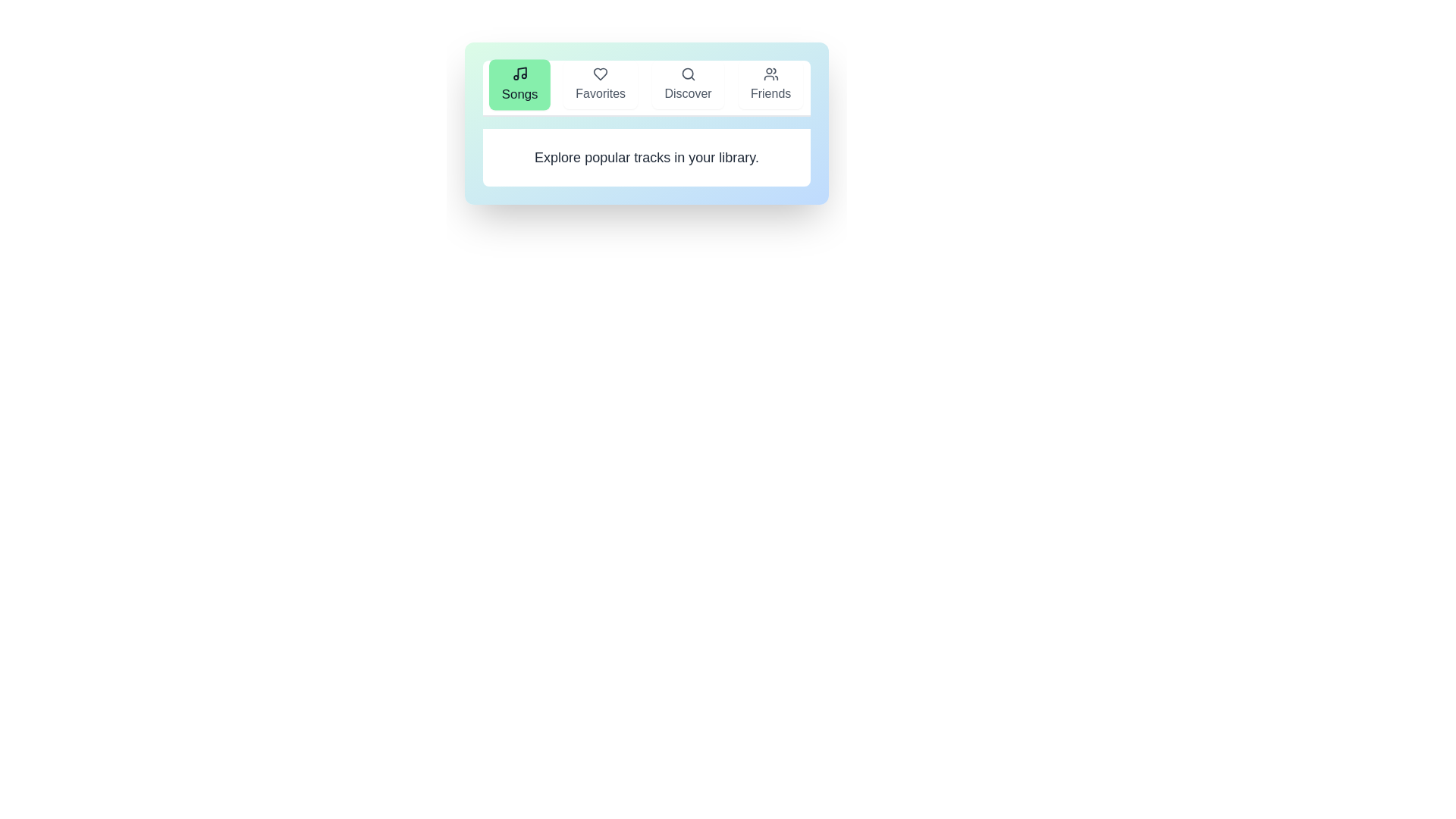 Image resolution: width=1456 pixels, height=819 pixels. I want to click on the tab labeled Discover to observe its hover styling, so click(687, 84).